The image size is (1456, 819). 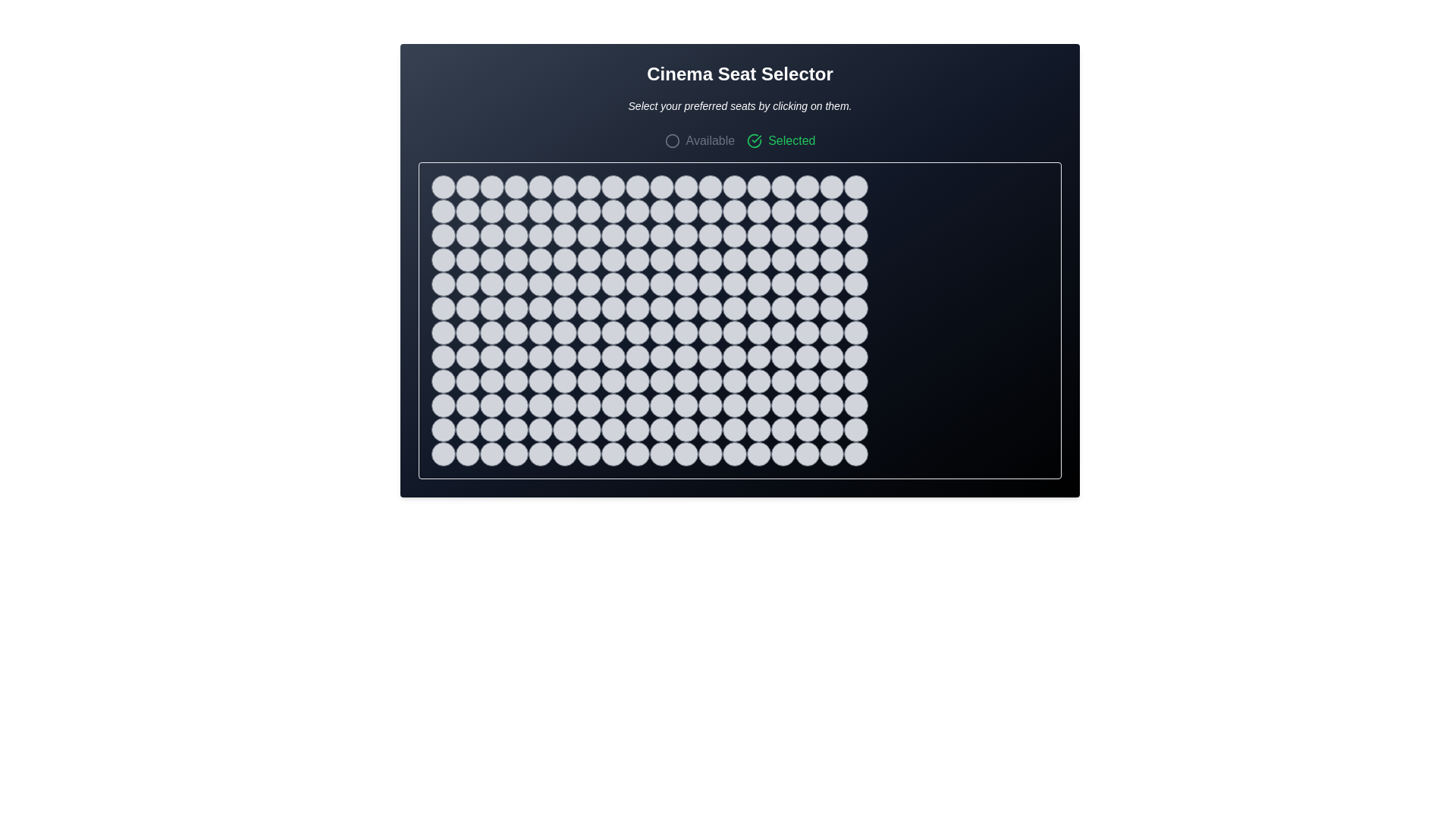 I want to click on the center of the Cinema Seat Selection component to focus on it, so click(x=739, y=347).